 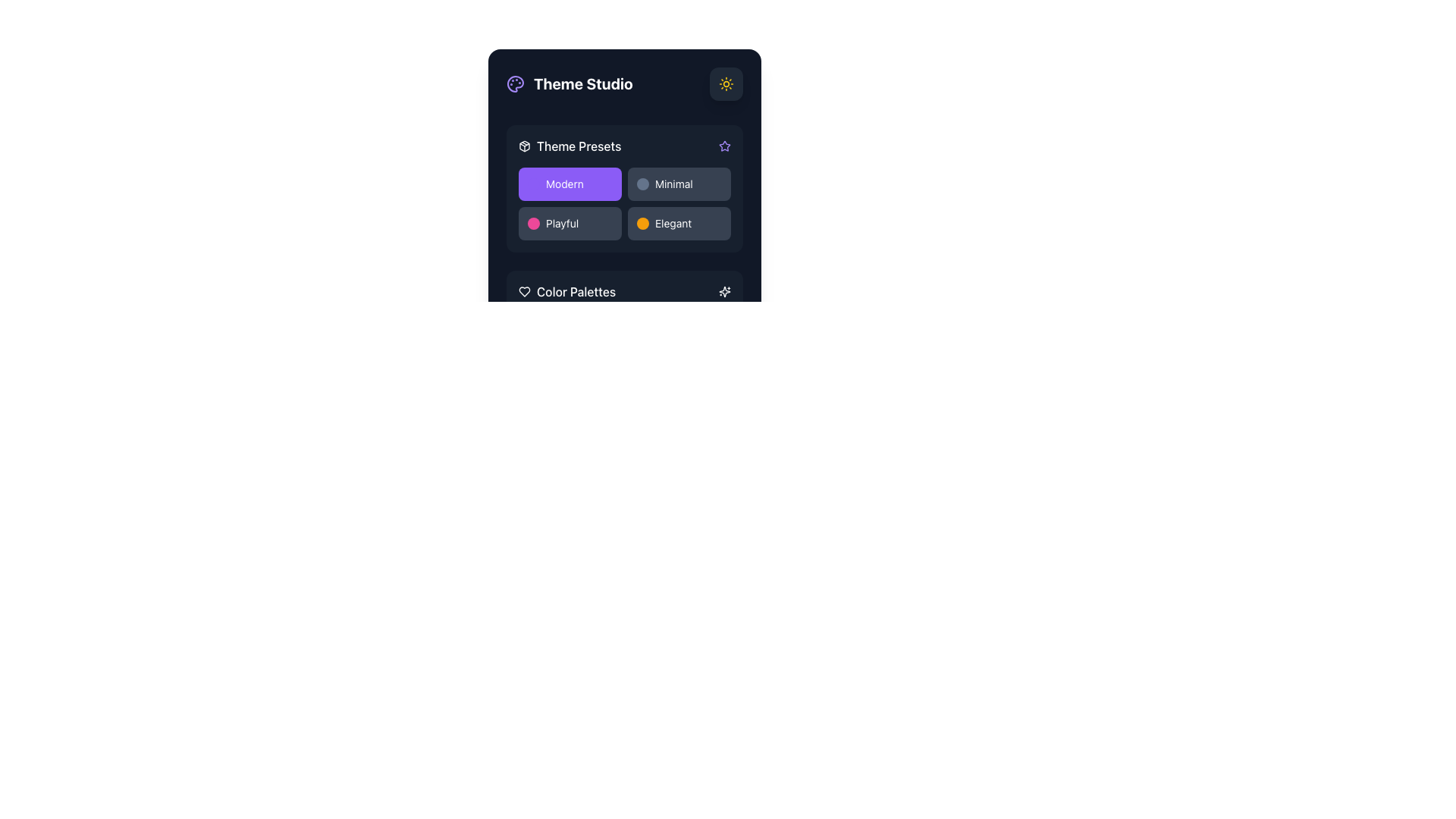 I want to click on the small cube or package icon located to the left of the text 'Theme Presets' in the top-left corner of the 'Theme Presets' section as a reference, so click(x=524, y=146).